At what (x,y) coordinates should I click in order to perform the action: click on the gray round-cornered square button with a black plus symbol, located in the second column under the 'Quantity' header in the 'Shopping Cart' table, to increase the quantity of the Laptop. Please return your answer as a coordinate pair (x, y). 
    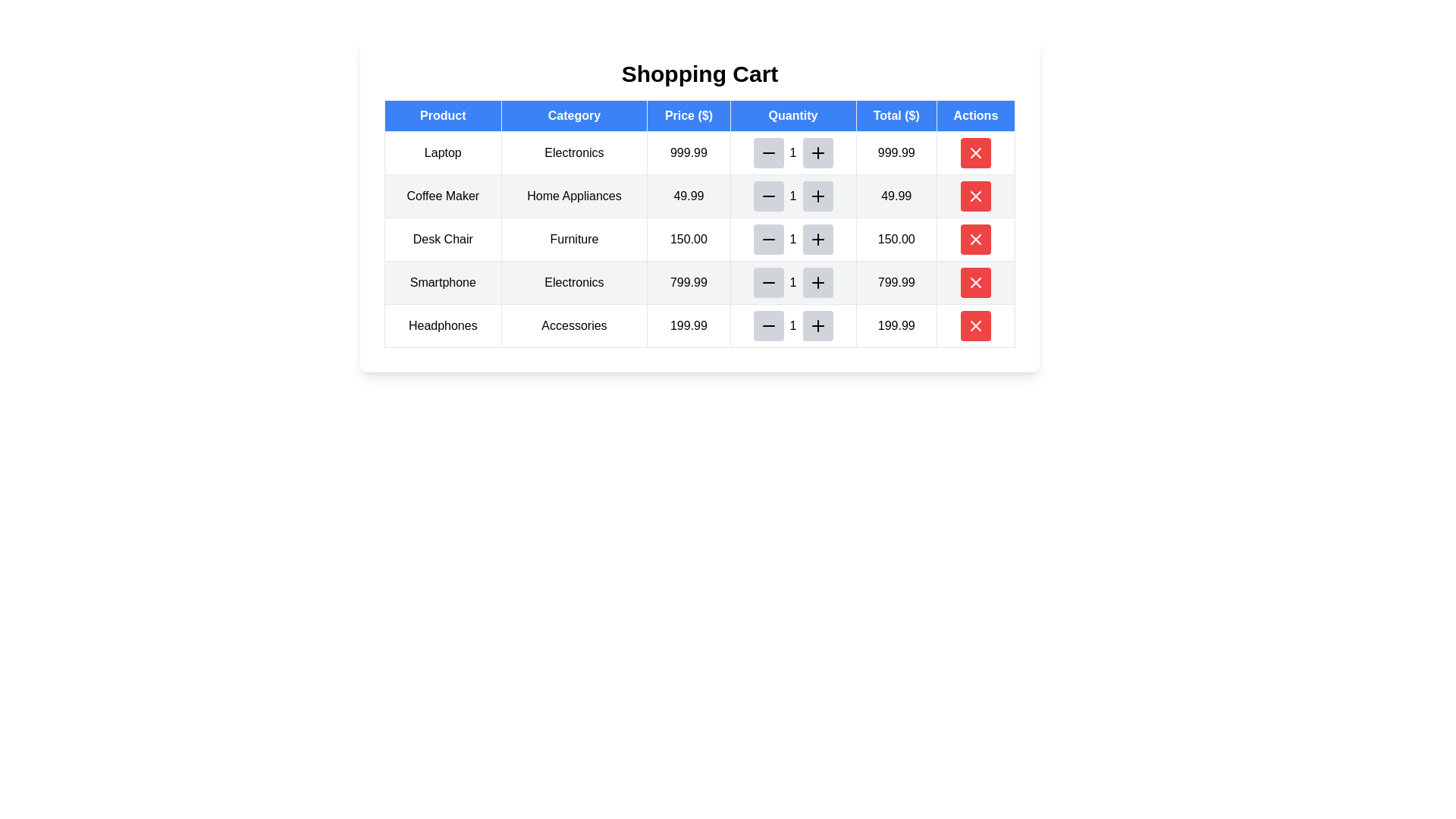
    Looking at the image, I should click on (817, 152).